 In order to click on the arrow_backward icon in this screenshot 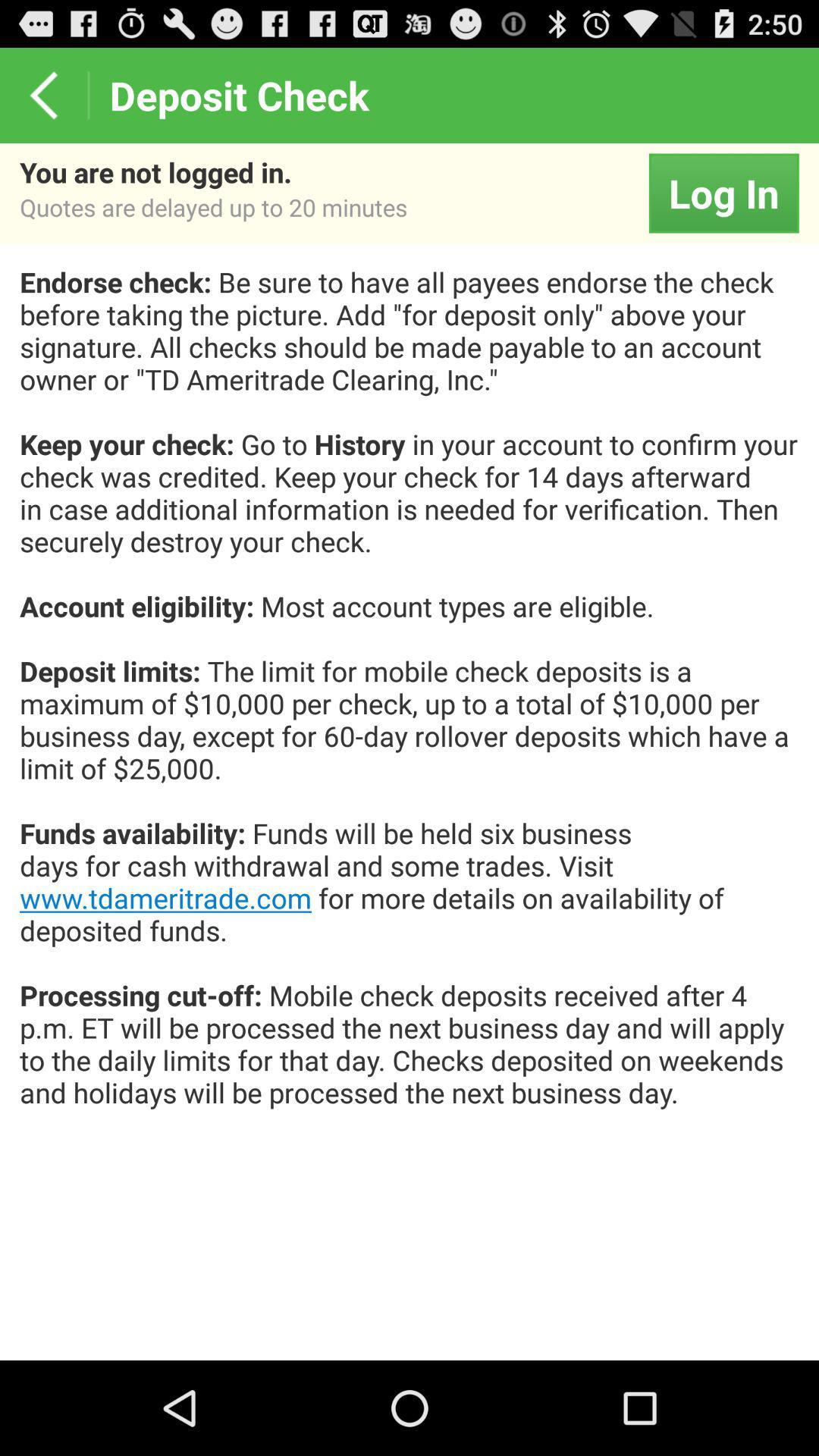, I will do `click(42, 101)`.